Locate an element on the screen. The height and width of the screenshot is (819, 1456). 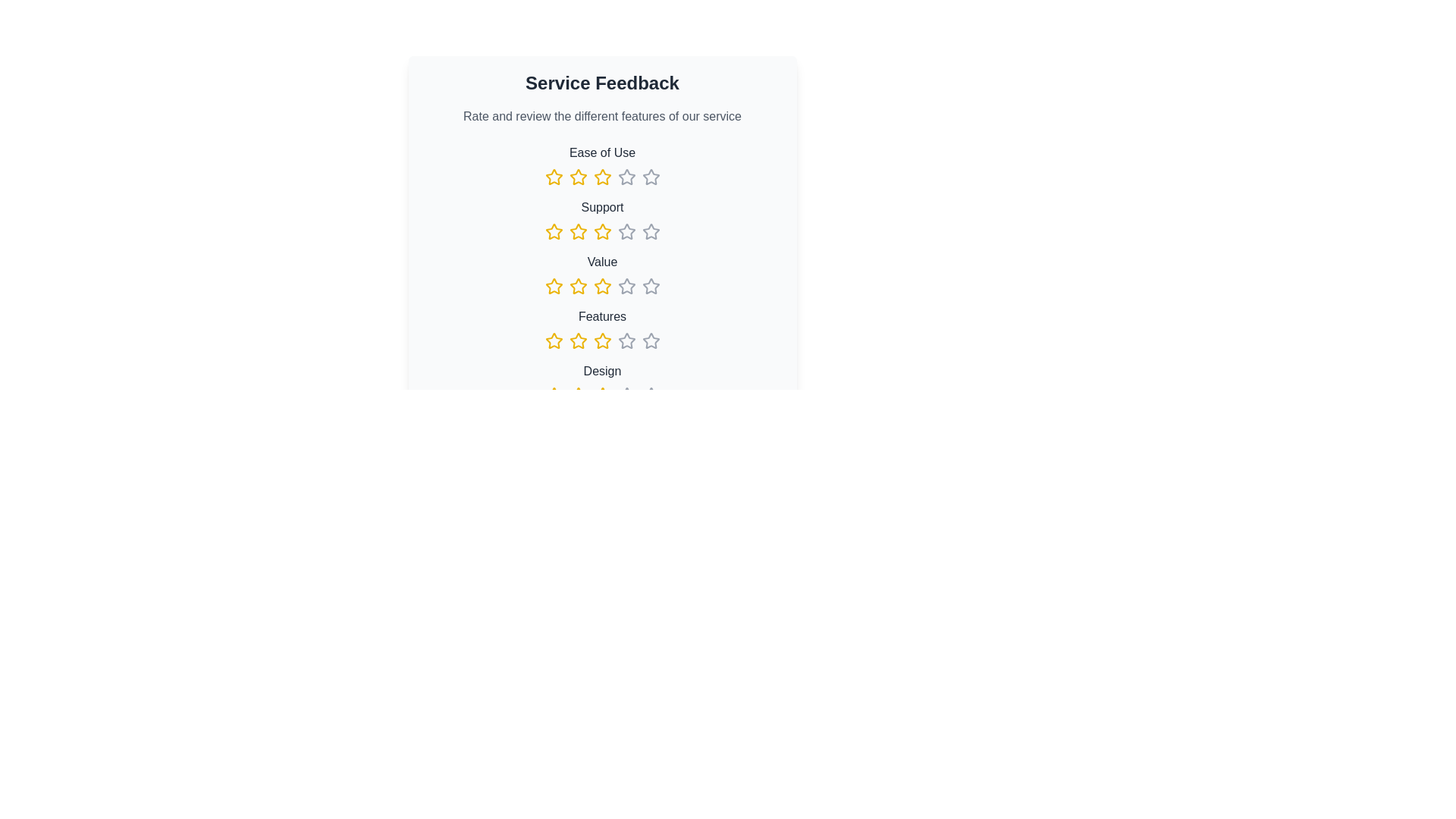
the fourth star in the second row of the star rating system labeled 'Support' to assign a rating is located at coordinates (651, 231).